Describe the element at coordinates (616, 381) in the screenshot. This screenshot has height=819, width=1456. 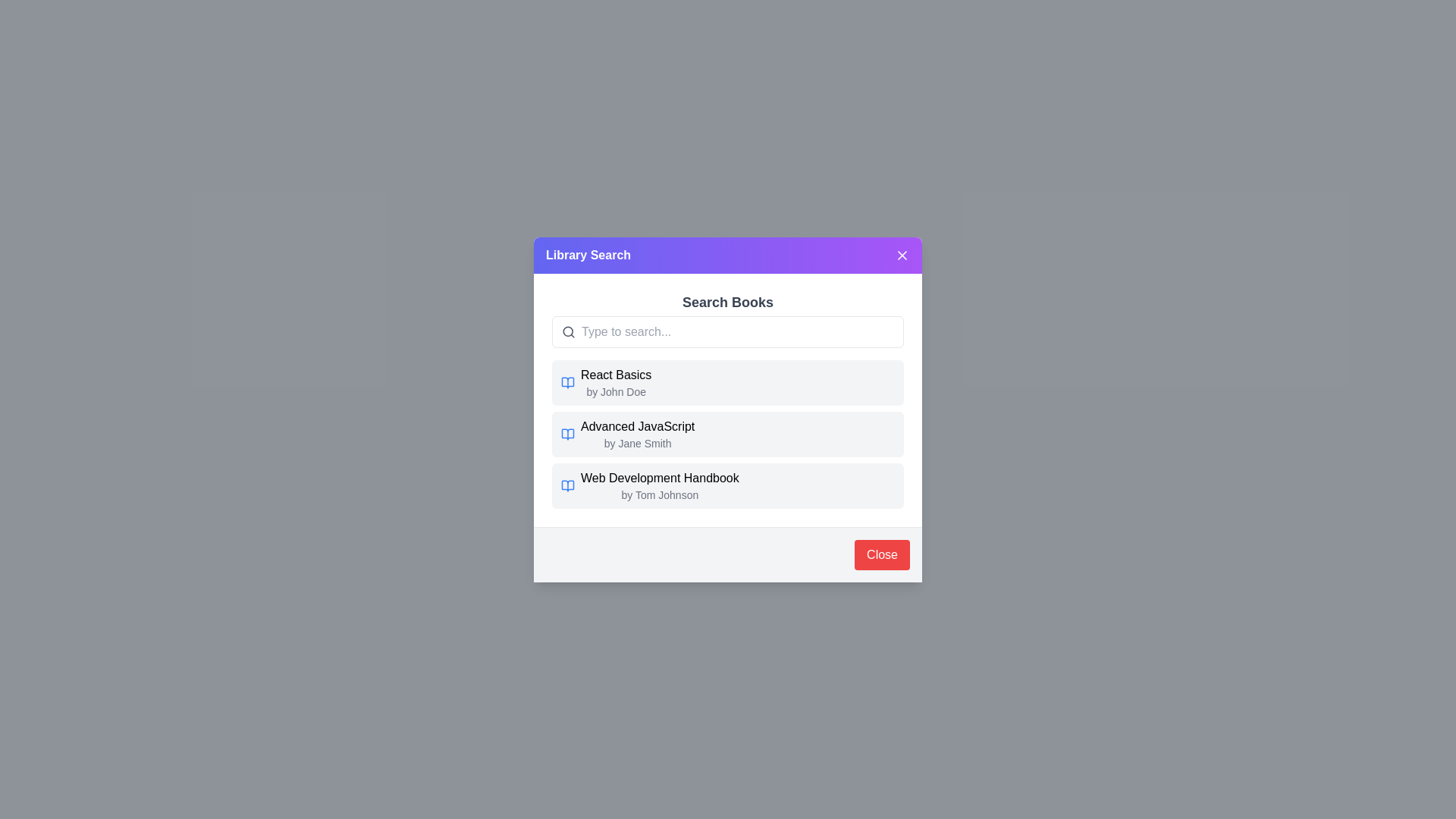
I see `the text element displaying 'React Basics' and 'by John Doe', which is the first item in a scrollable list of book entries` at that location.